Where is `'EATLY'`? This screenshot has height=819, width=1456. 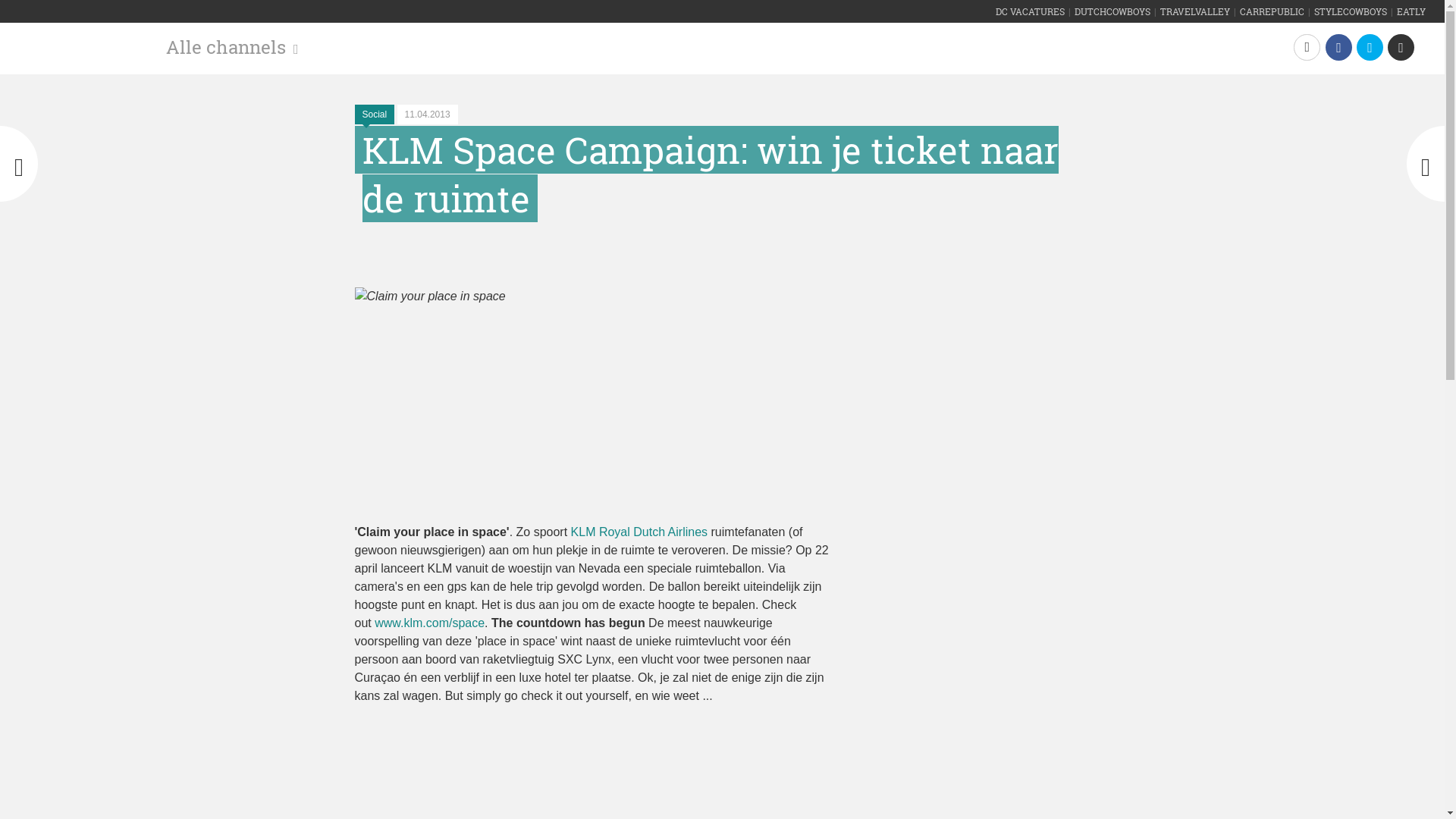
'EATLY' is located at coordinates (1410, 11).